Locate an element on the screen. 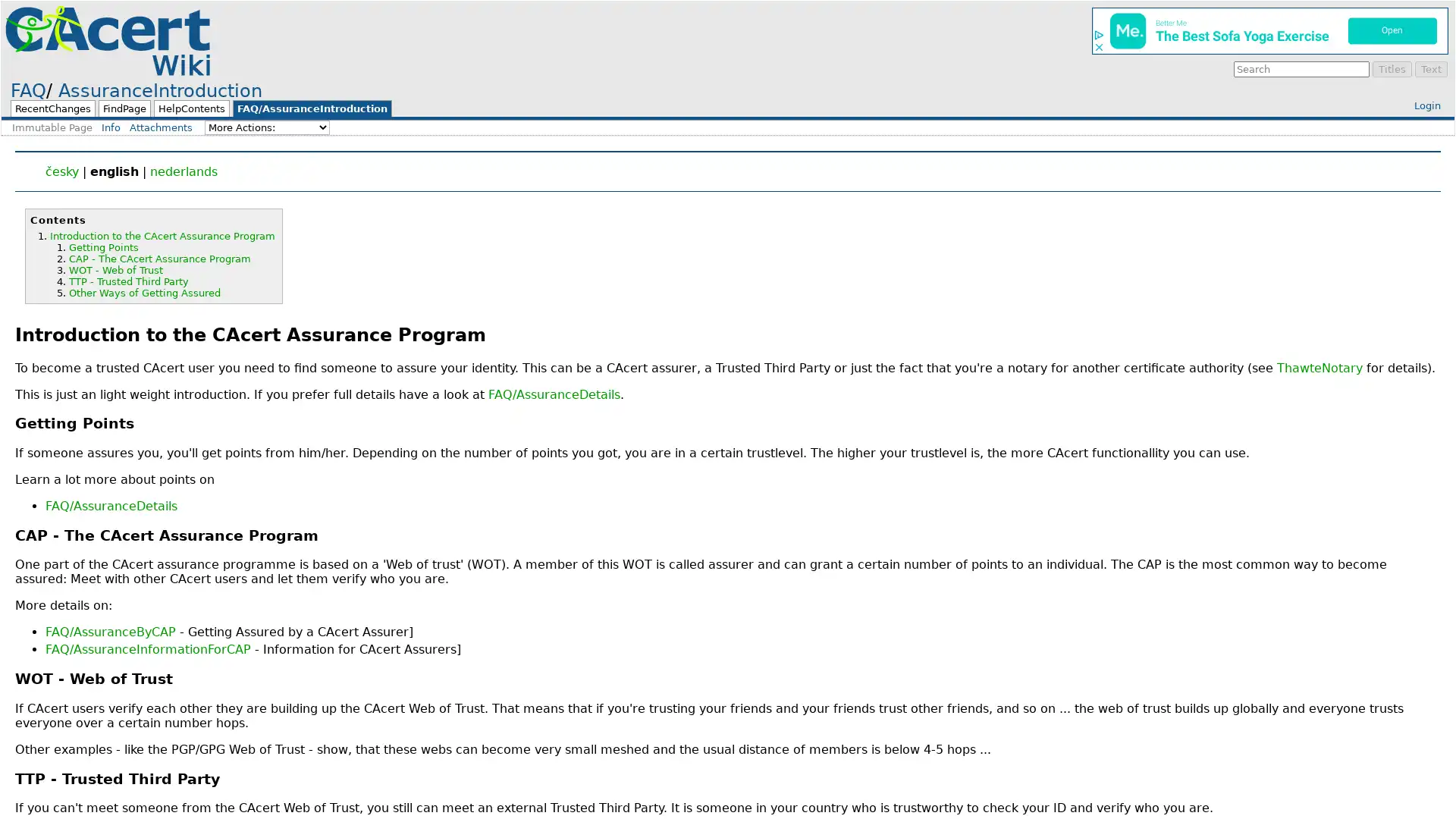 The height and width of the screenshot is (819, 1456). Titles is located at coordinates (1392, 69).